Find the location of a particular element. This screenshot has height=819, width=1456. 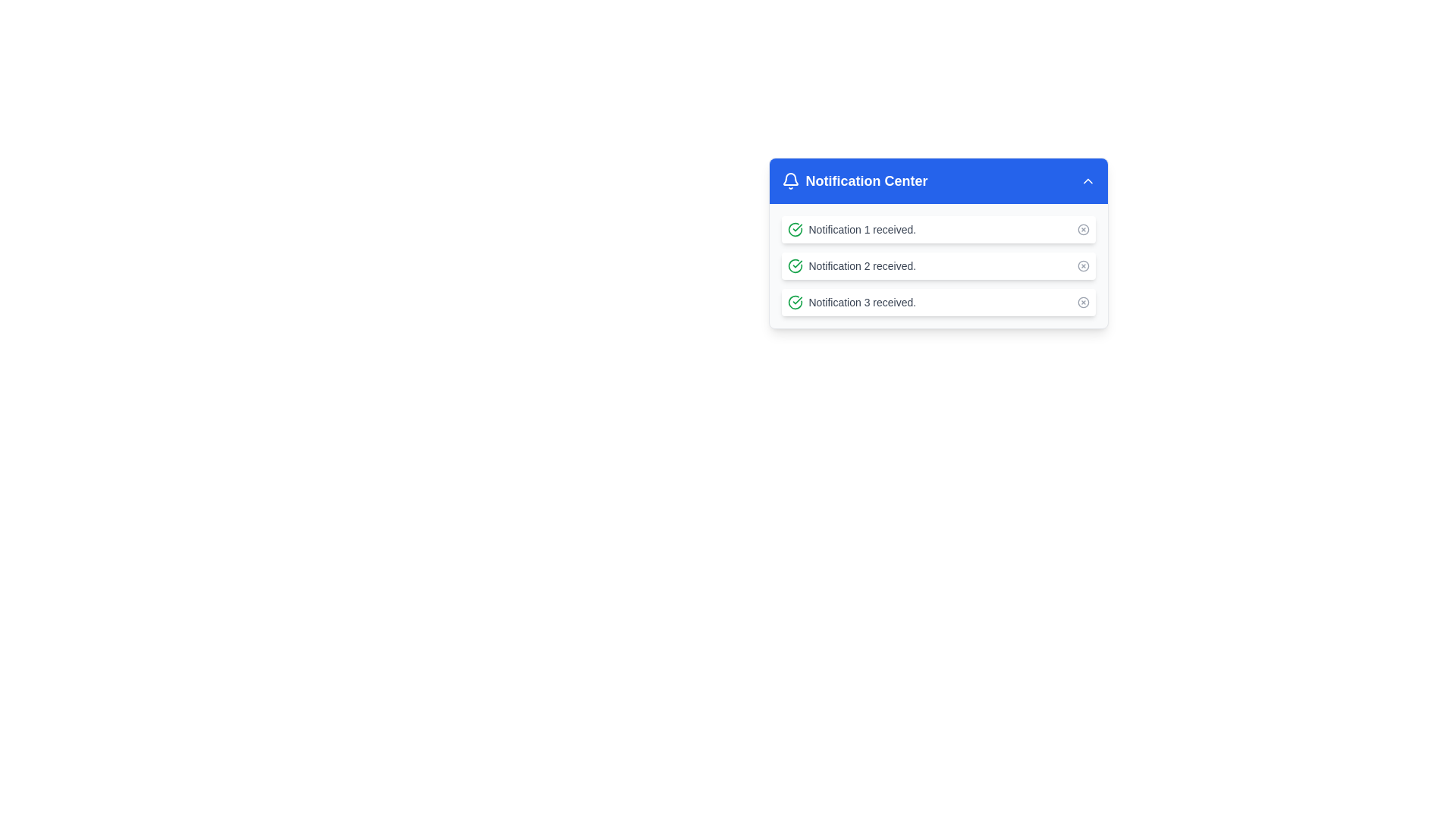

the triangular chevron-shaped button icon in the top-right corner of the Notification Center is located at coordinates (1087, 180).